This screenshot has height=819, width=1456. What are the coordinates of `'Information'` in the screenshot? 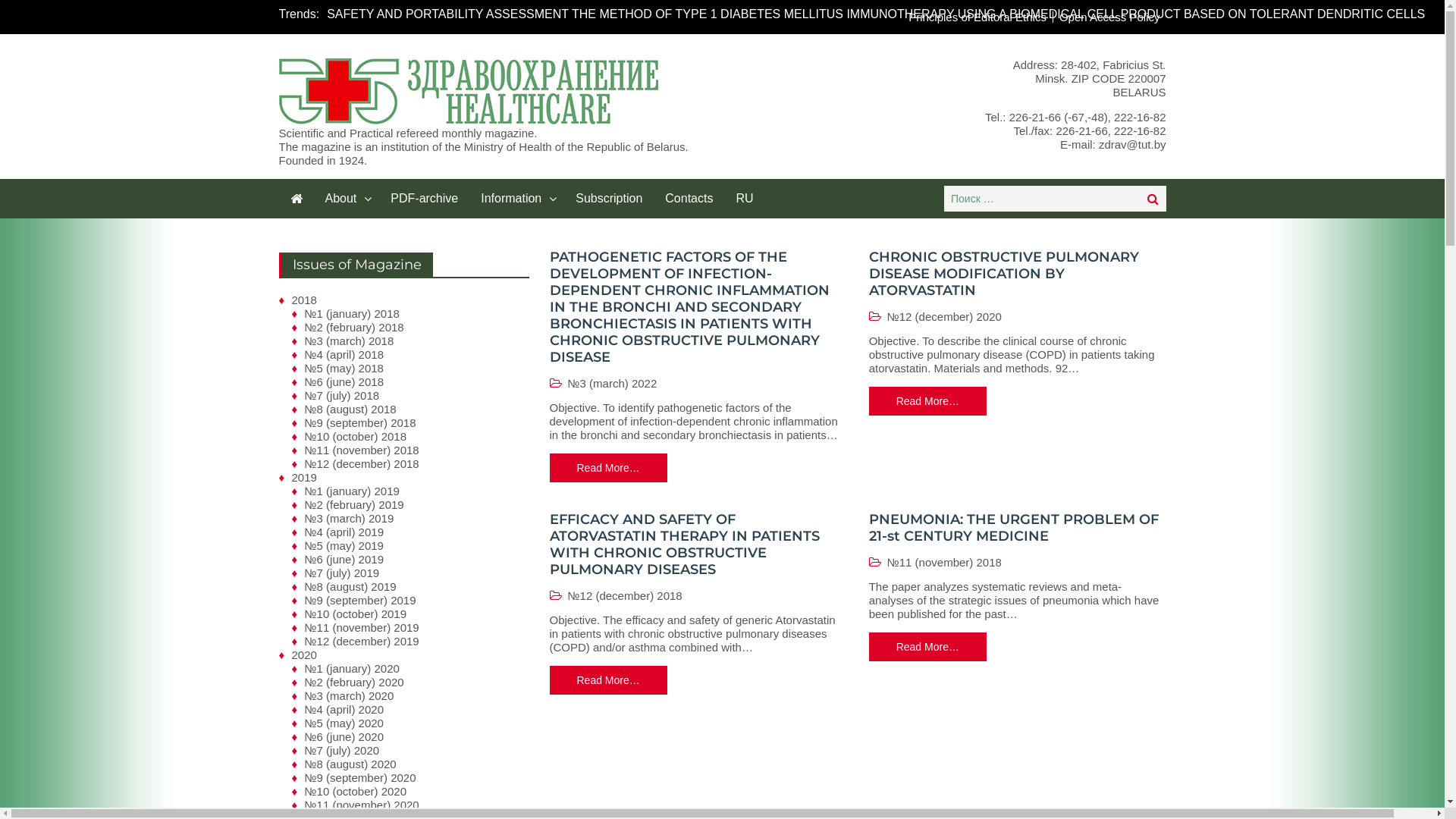 It's located at (516, 198).